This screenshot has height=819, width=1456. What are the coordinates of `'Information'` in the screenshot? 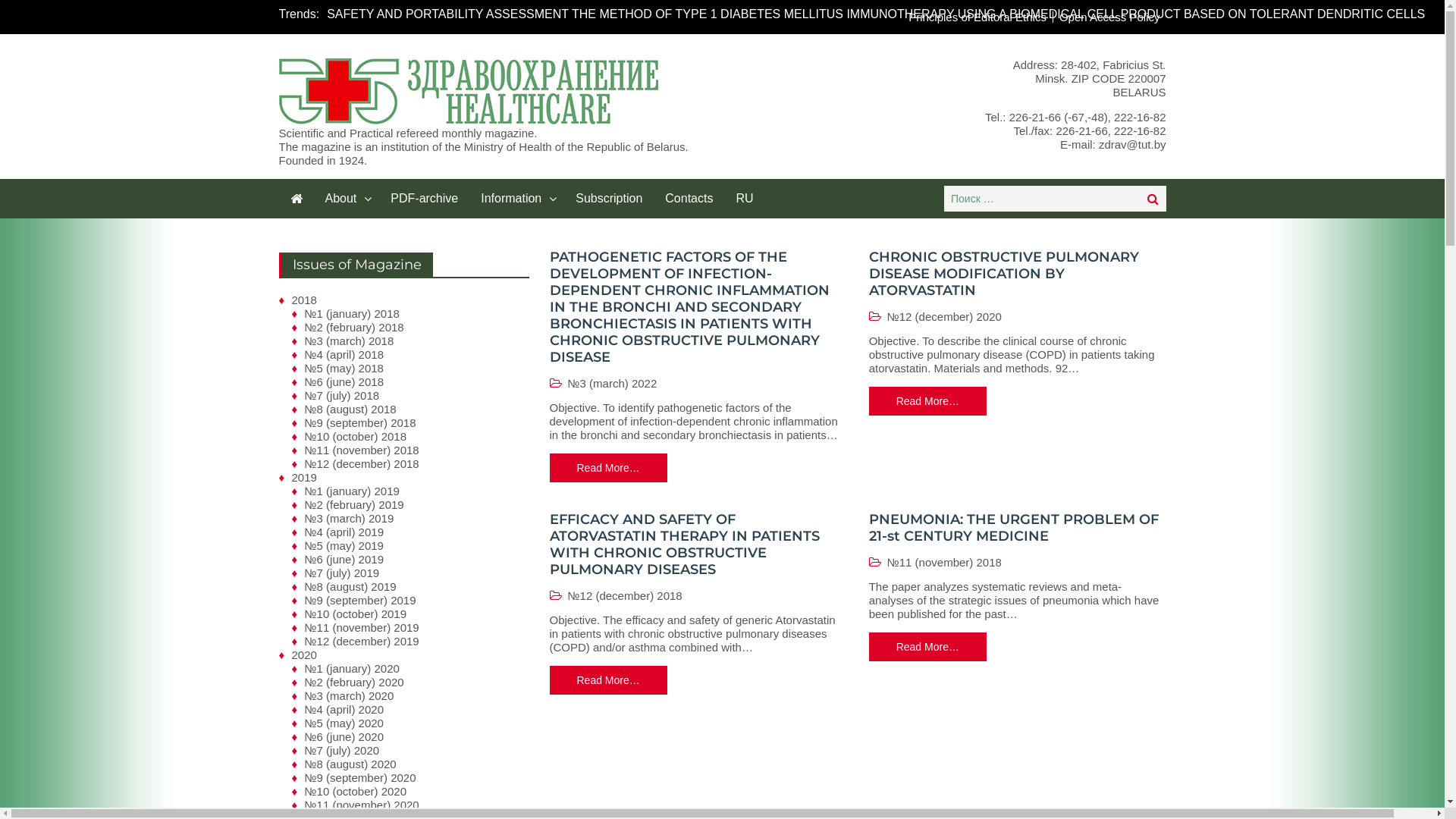 It's located at (516, 198).